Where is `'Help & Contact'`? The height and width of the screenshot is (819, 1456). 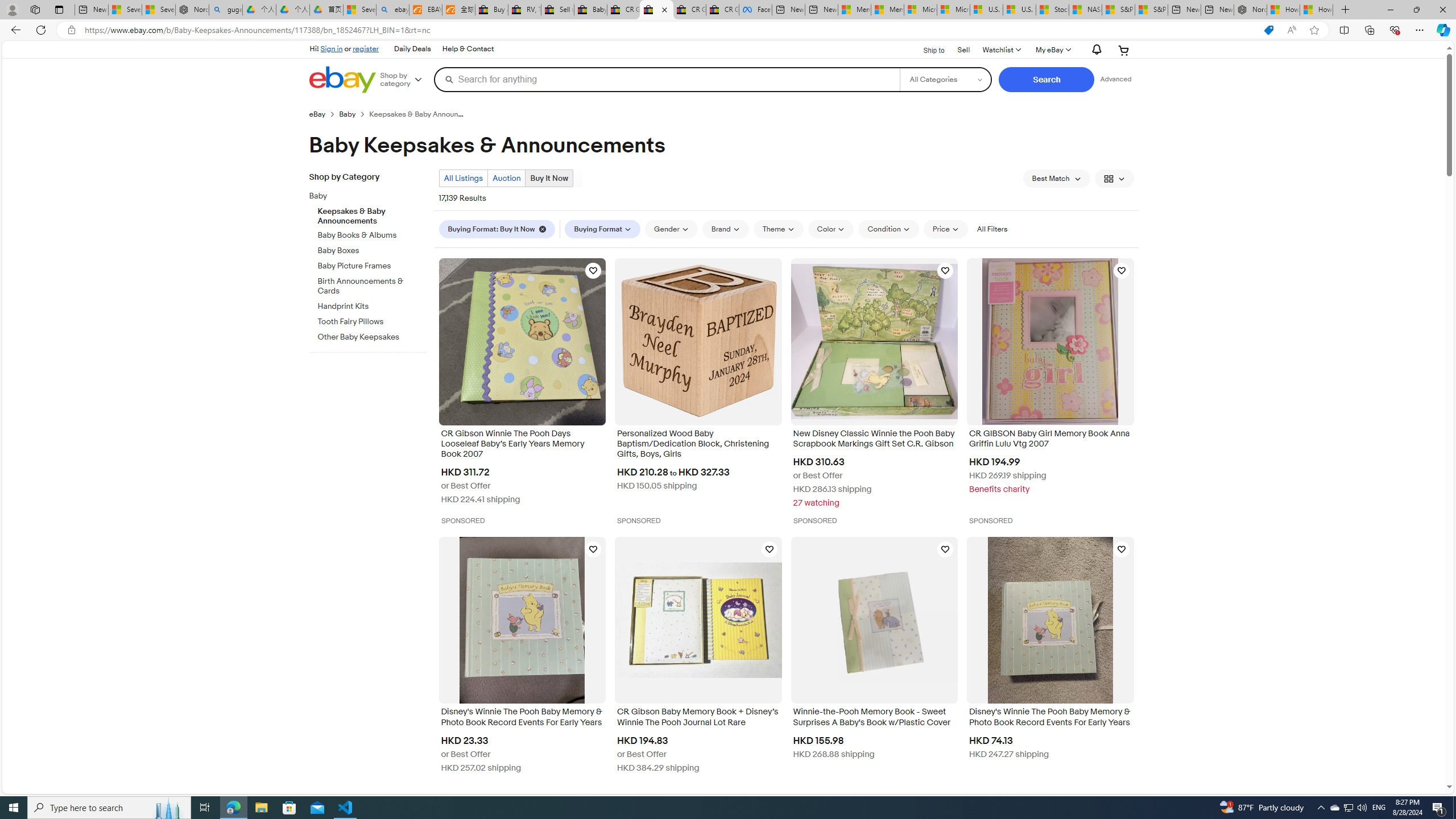
'Help & Contact' is located at coordinates (466, 48).